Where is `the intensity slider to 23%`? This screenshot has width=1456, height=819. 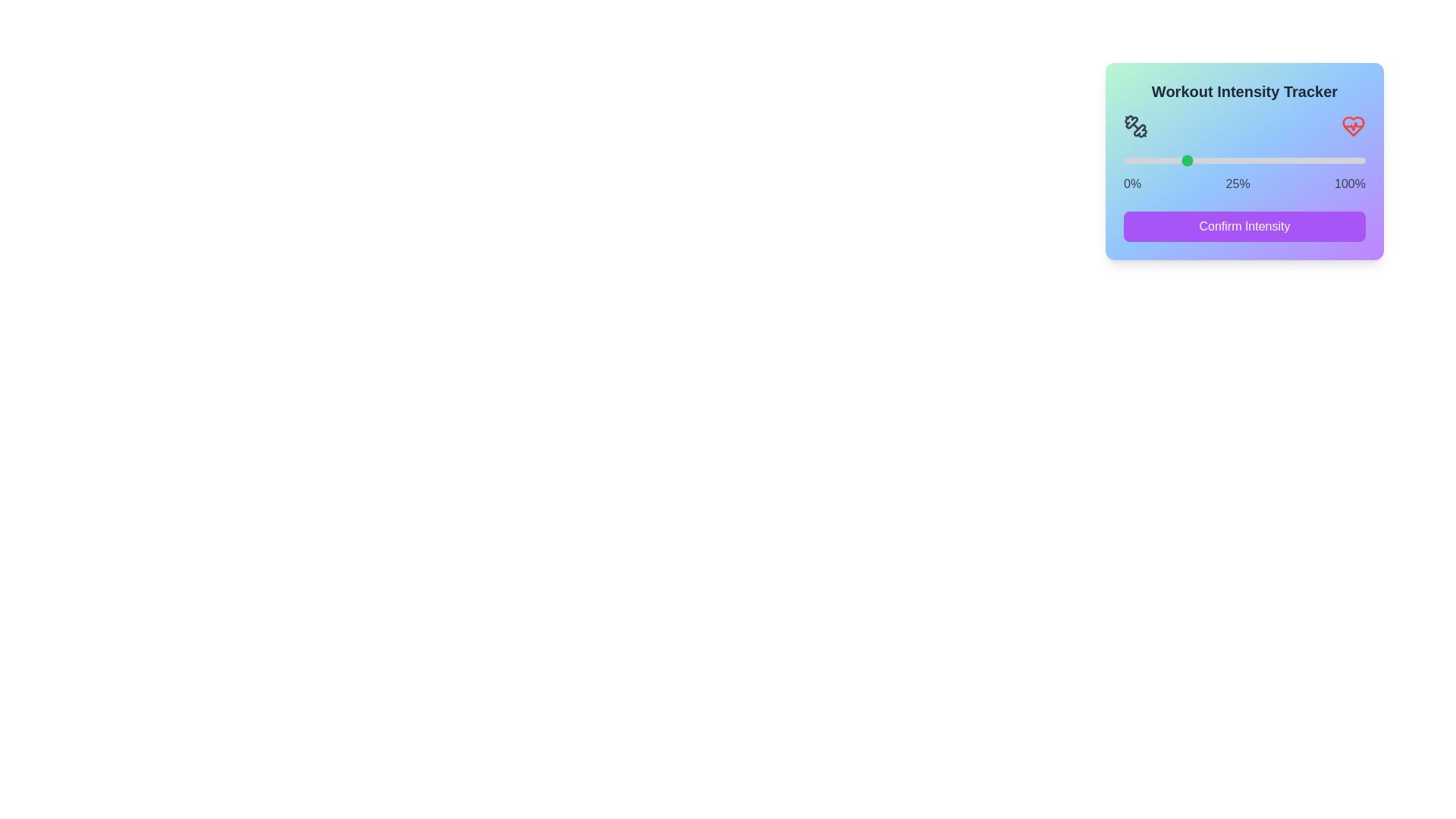
the intensity slider to 23% is located at coordinates (1178, 161).